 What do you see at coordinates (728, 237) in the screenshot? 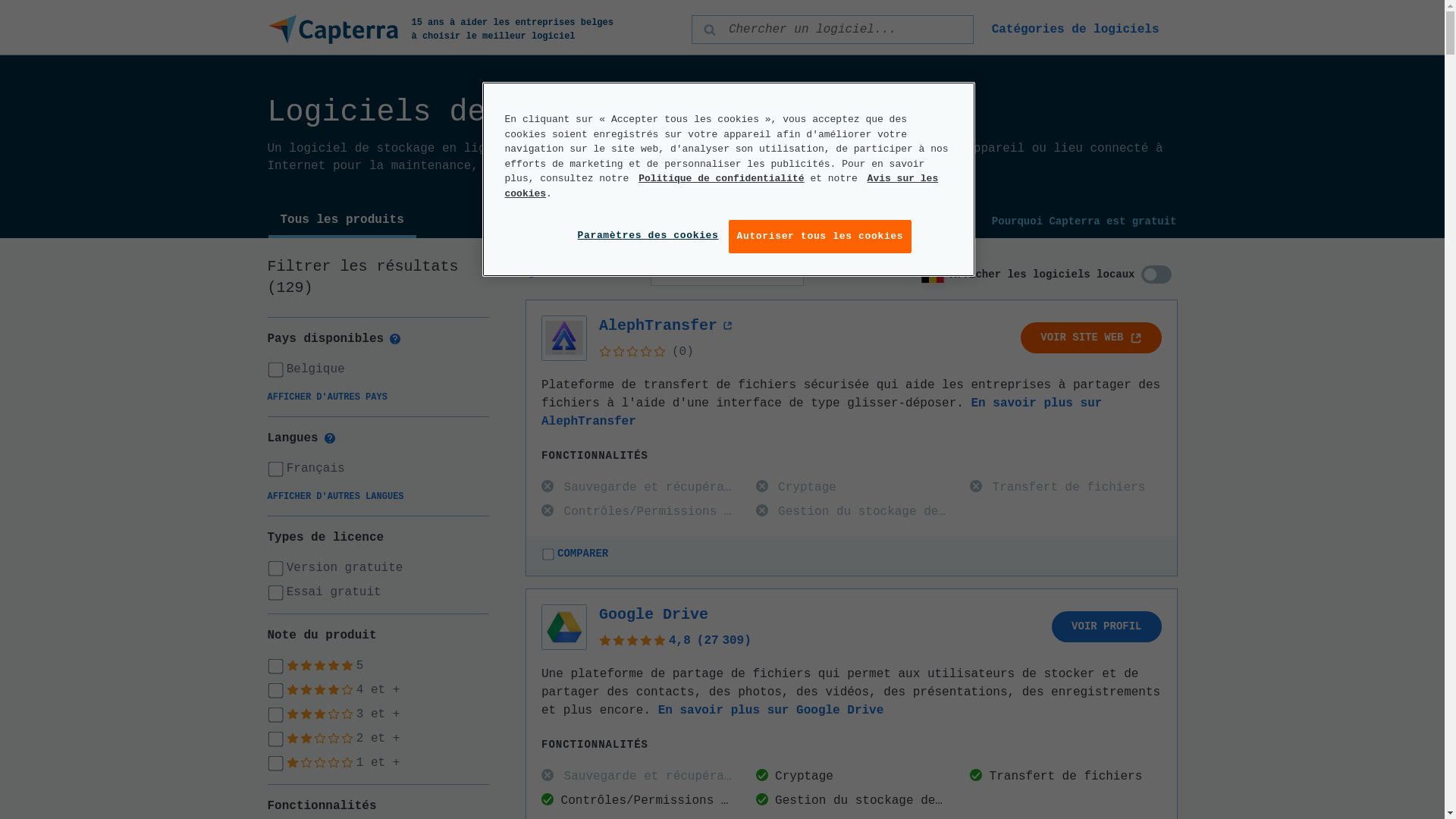
I see `'Autoriser tous les cookies'` at bounding box center [728, 237].